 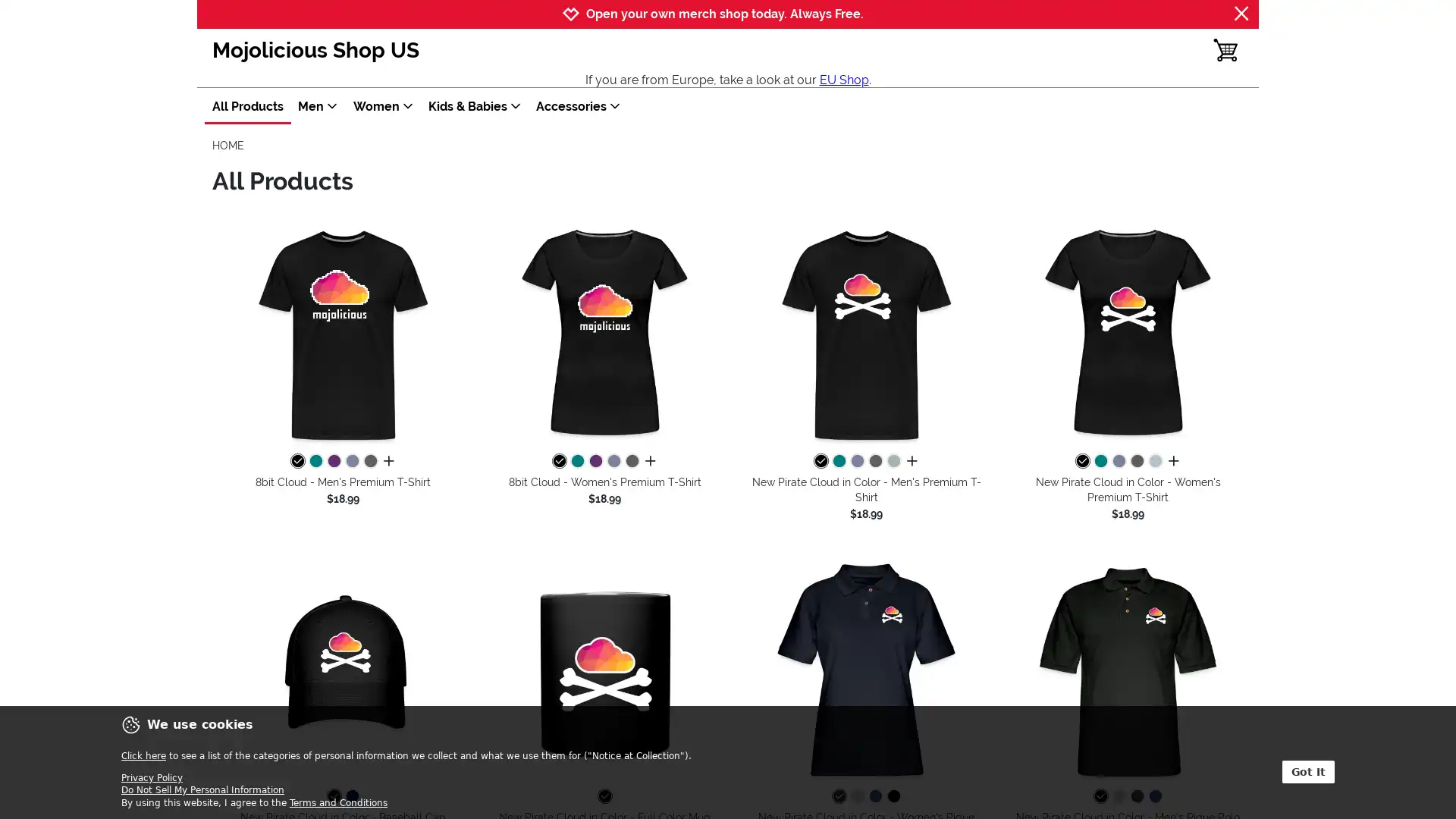 I want to click on New Pirate Cloud in Color - Men's Pique Polo Shirt, so click(x=1128, y=668).